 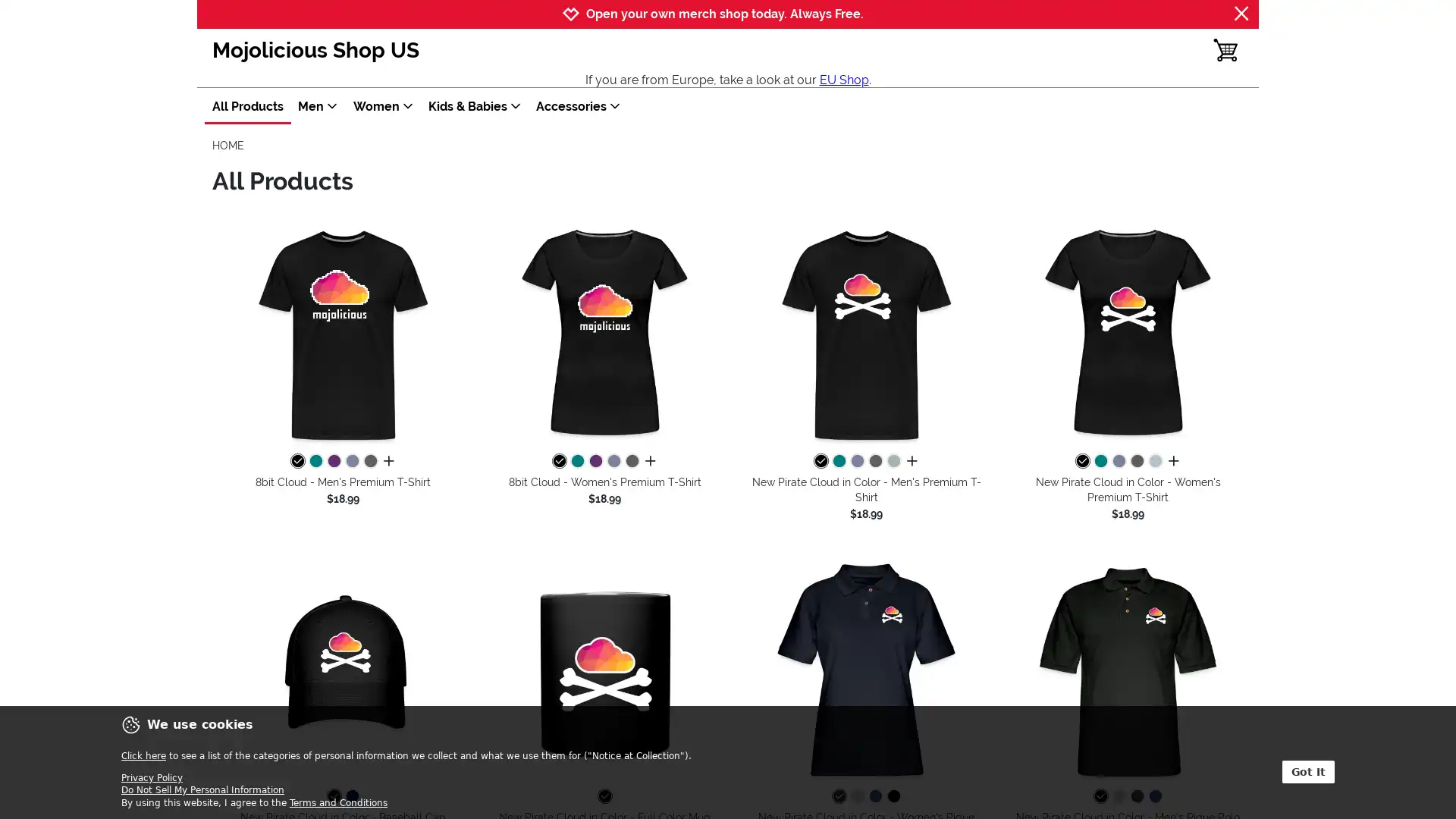 I want to click on New Pirate Cloud in Color - Men's Pique Polo Shirt, so click(x=1128, y=668).